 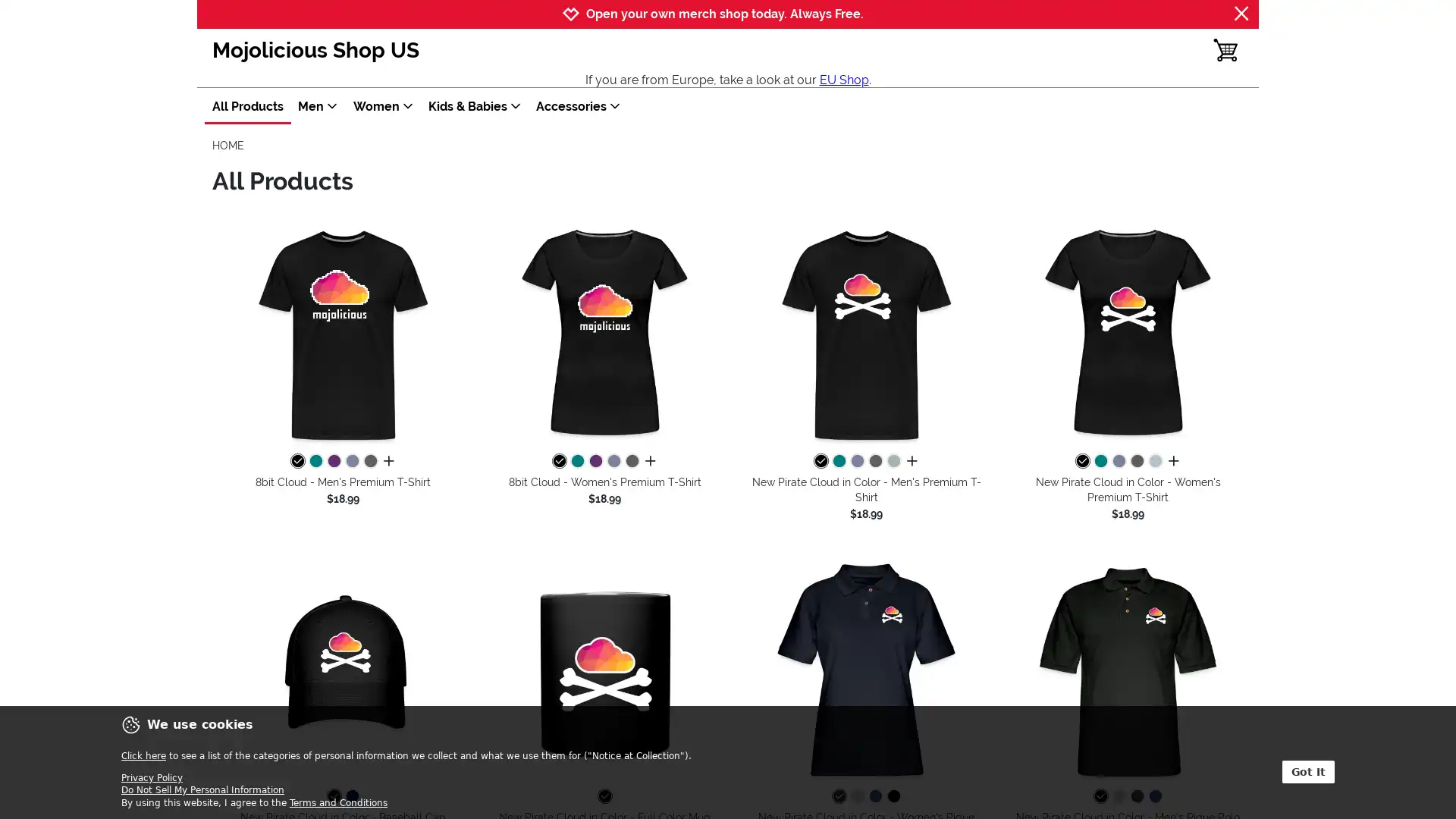 I want to click on New Pirate Cloud in Color - Men's Pique Polo Shirt, so click(x=1128, y=668).